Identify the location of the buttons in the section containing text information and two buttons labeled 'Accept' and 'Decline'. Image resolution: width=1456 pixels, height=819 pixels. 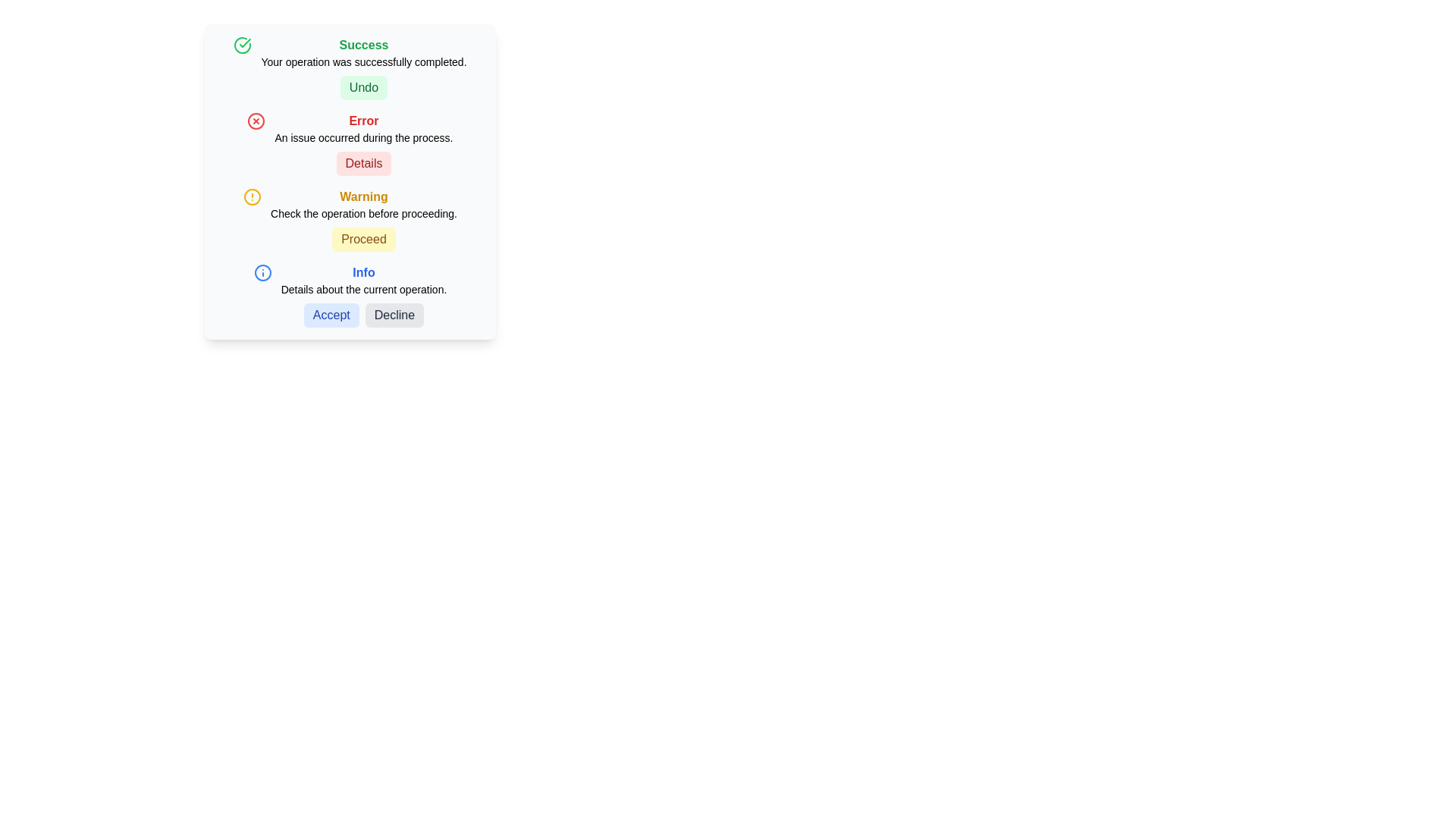
(364, 295).